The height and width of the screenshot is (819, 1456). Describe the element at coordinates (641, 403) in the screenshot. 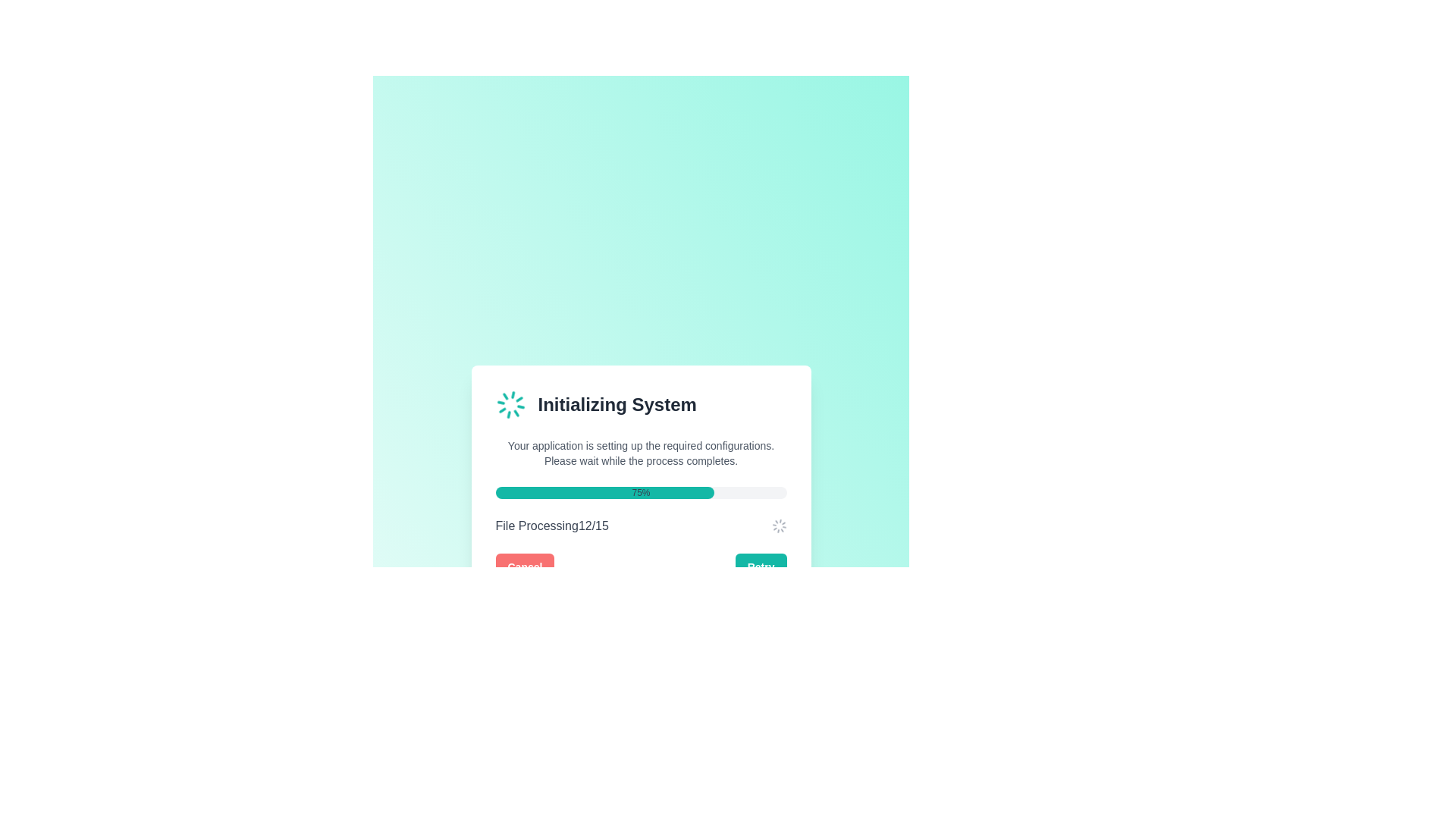

I see `the Loading status display that shows 'Initializing System' with a teal spinner to indicate the loading process` at that location.